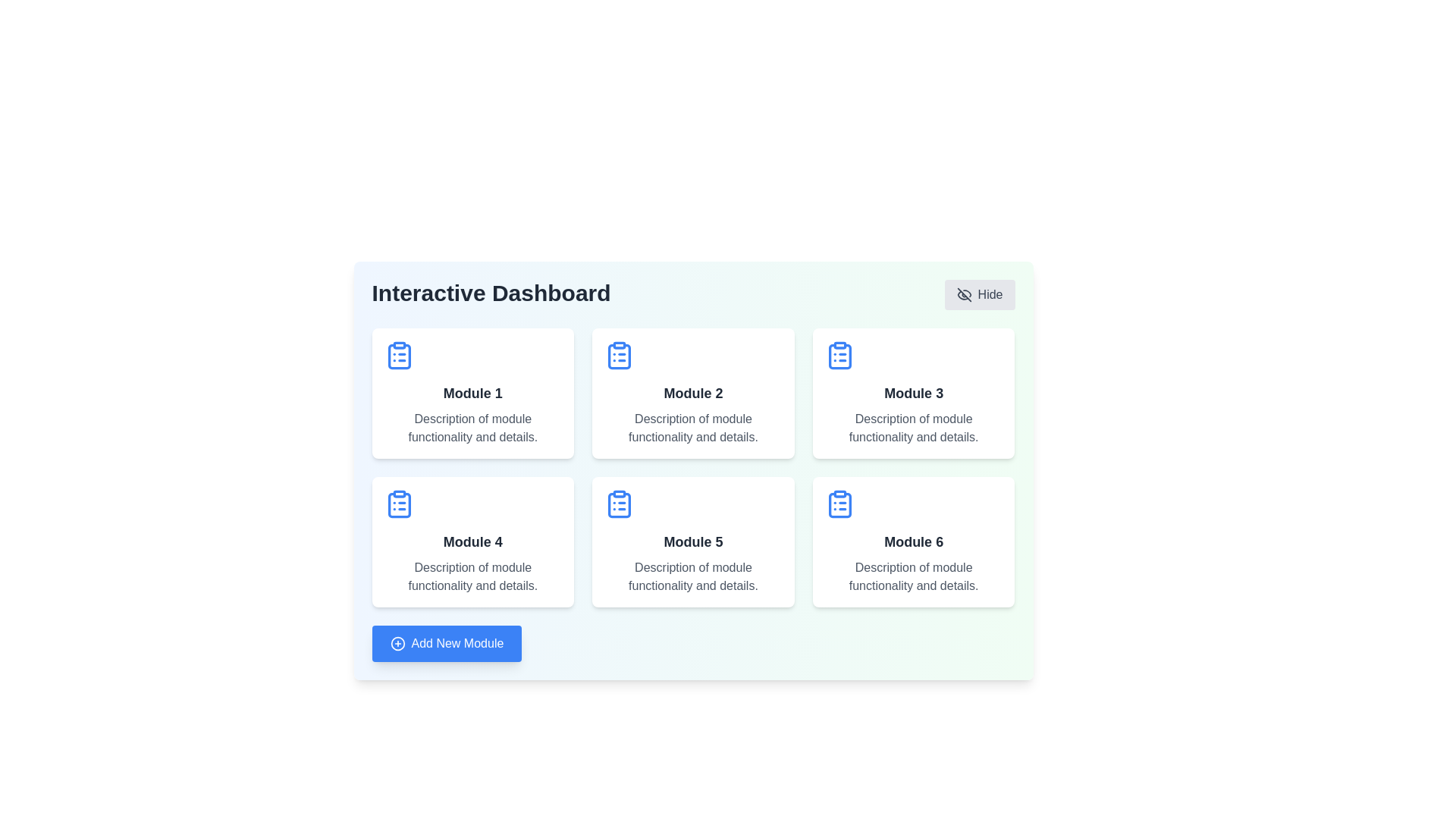  I want to click on gray-colored text labeled 'Description of module functionality and details.' located in the fifth module card of the interactive dashboard layout, so click(692, 576).